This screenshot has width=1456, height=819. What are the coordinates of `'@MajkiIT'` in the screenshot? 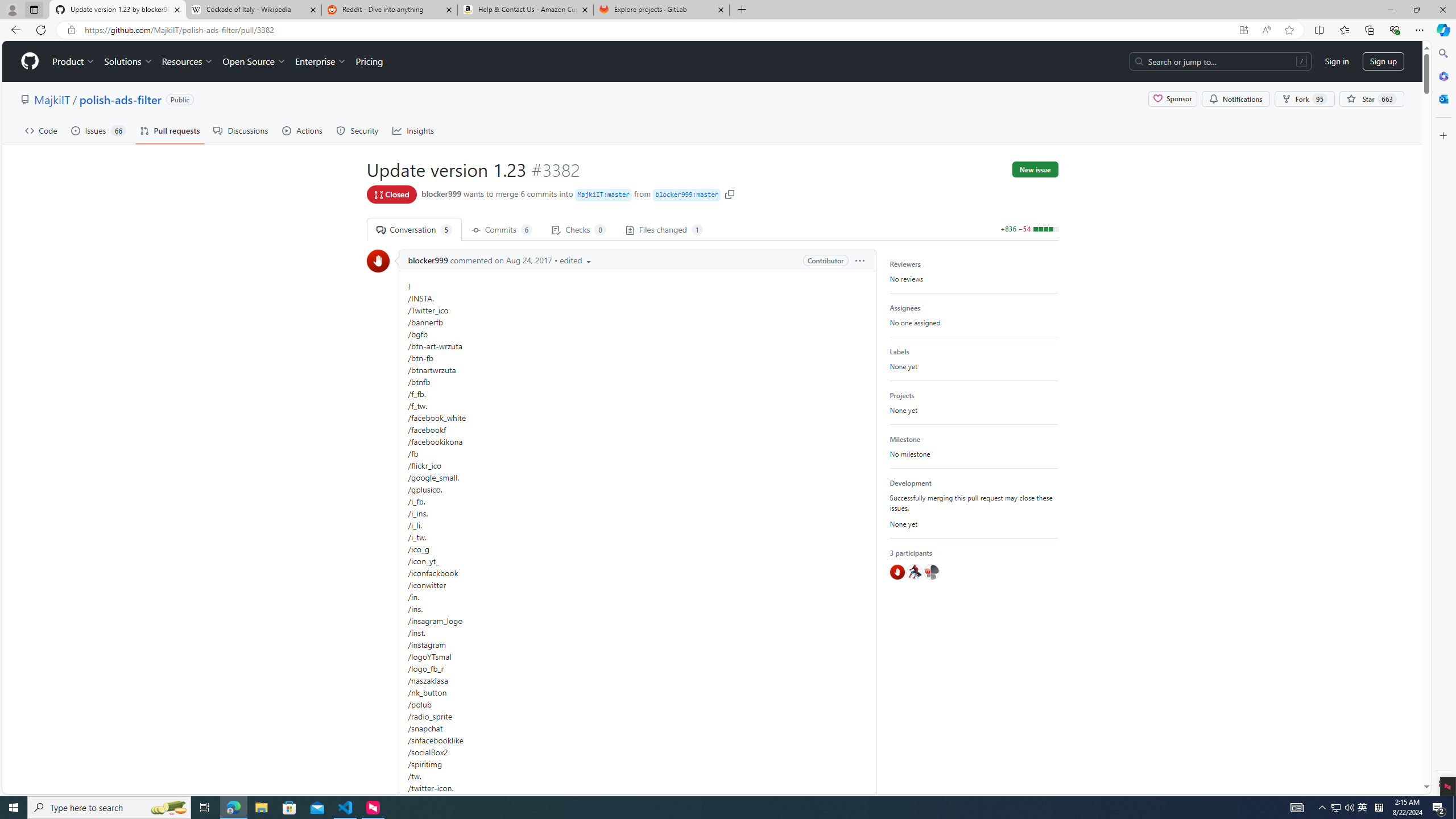 It's located at (930, 572).